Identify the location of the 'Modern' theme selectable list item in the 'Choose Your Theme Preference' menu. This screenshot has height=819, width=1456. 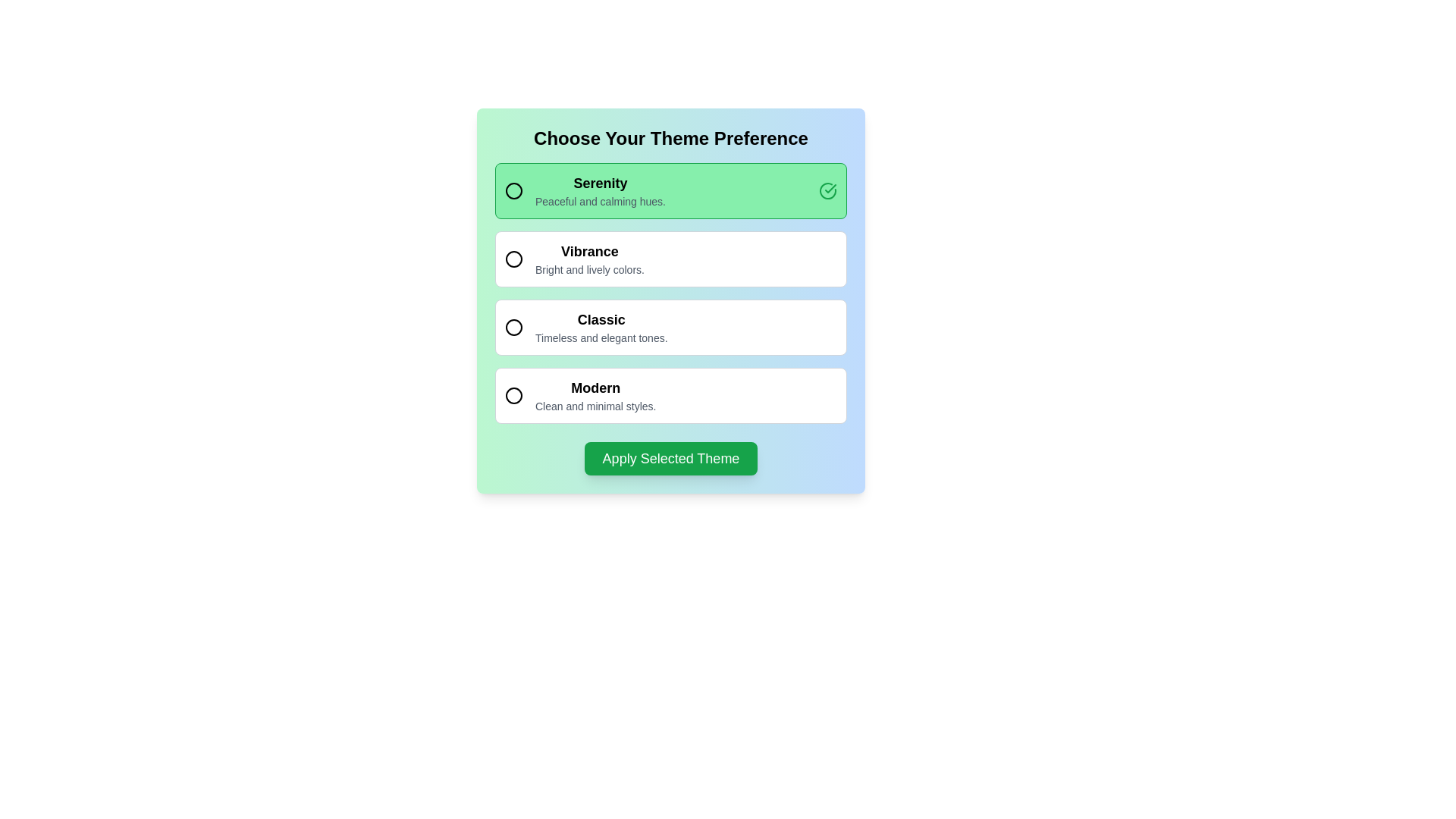
(579, 394).